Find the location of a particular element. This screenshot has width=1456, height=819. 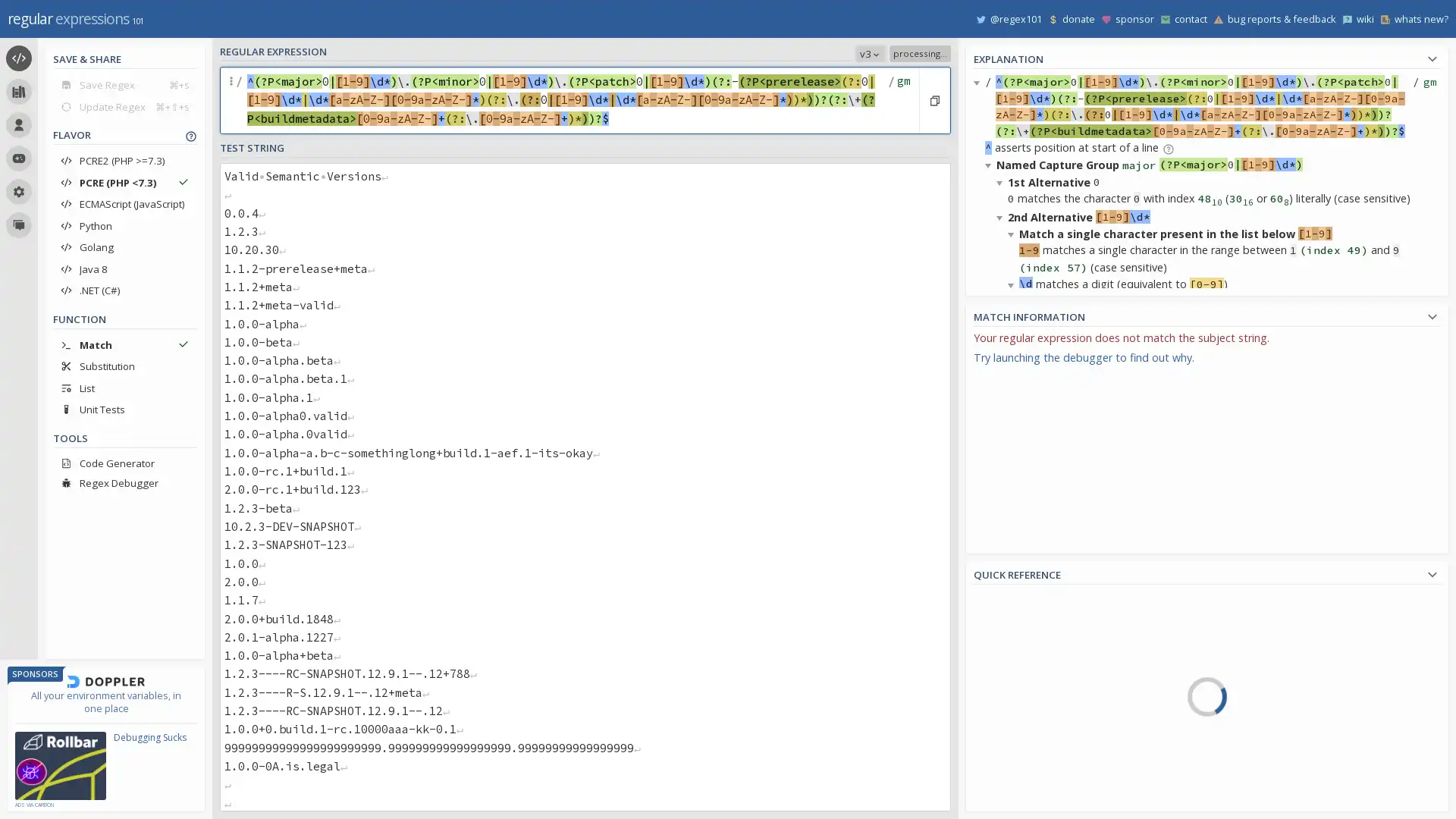

Group patch is located at coordinates (1014, 680).